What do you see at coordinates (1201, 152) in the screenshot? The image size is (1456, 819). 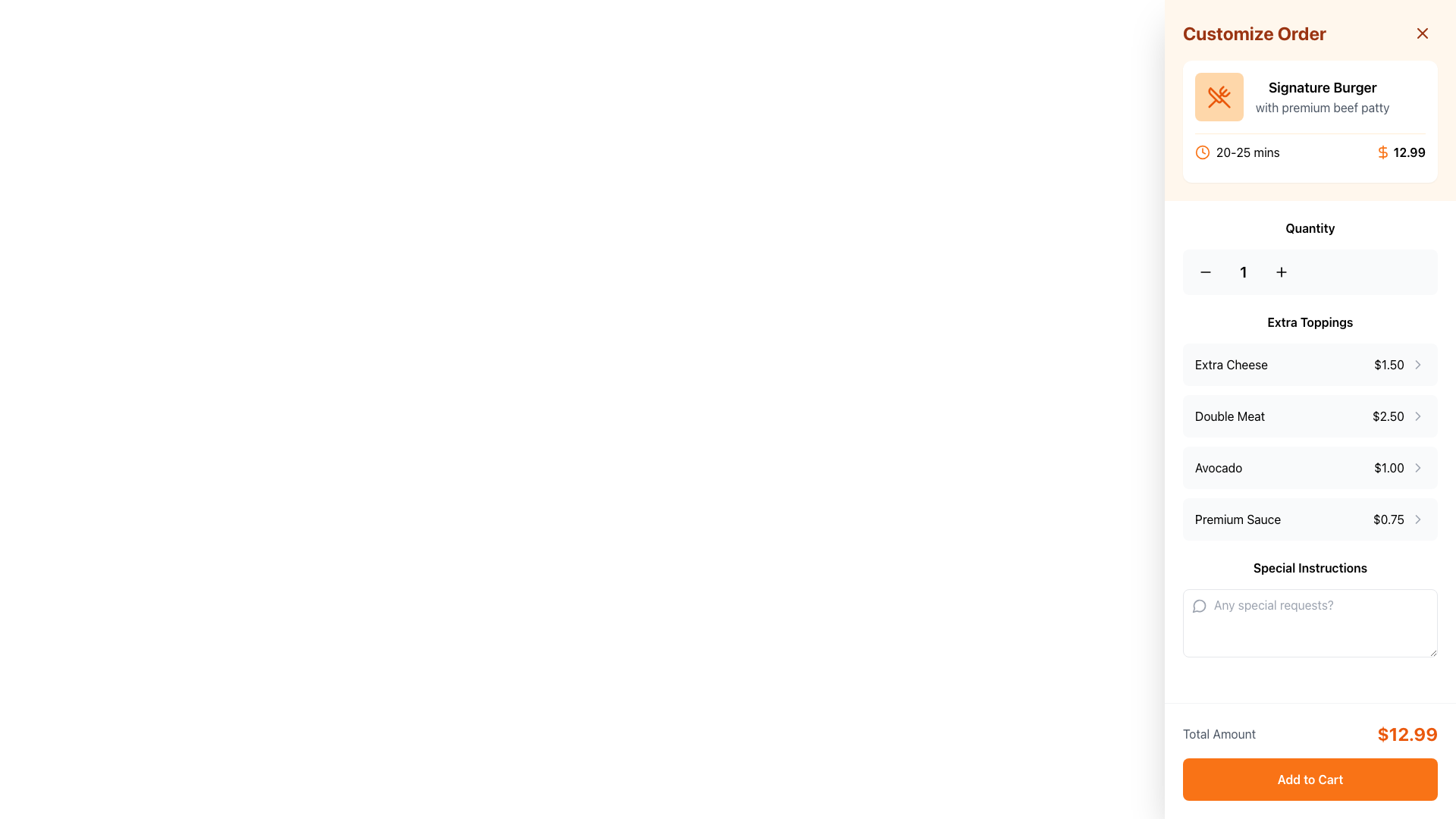 I see `the orange clock icon (SVG) located to the left of the text '20-25 mins' under the 'Customize Order' heading in the right panel` at bounding box center [1201, 152].